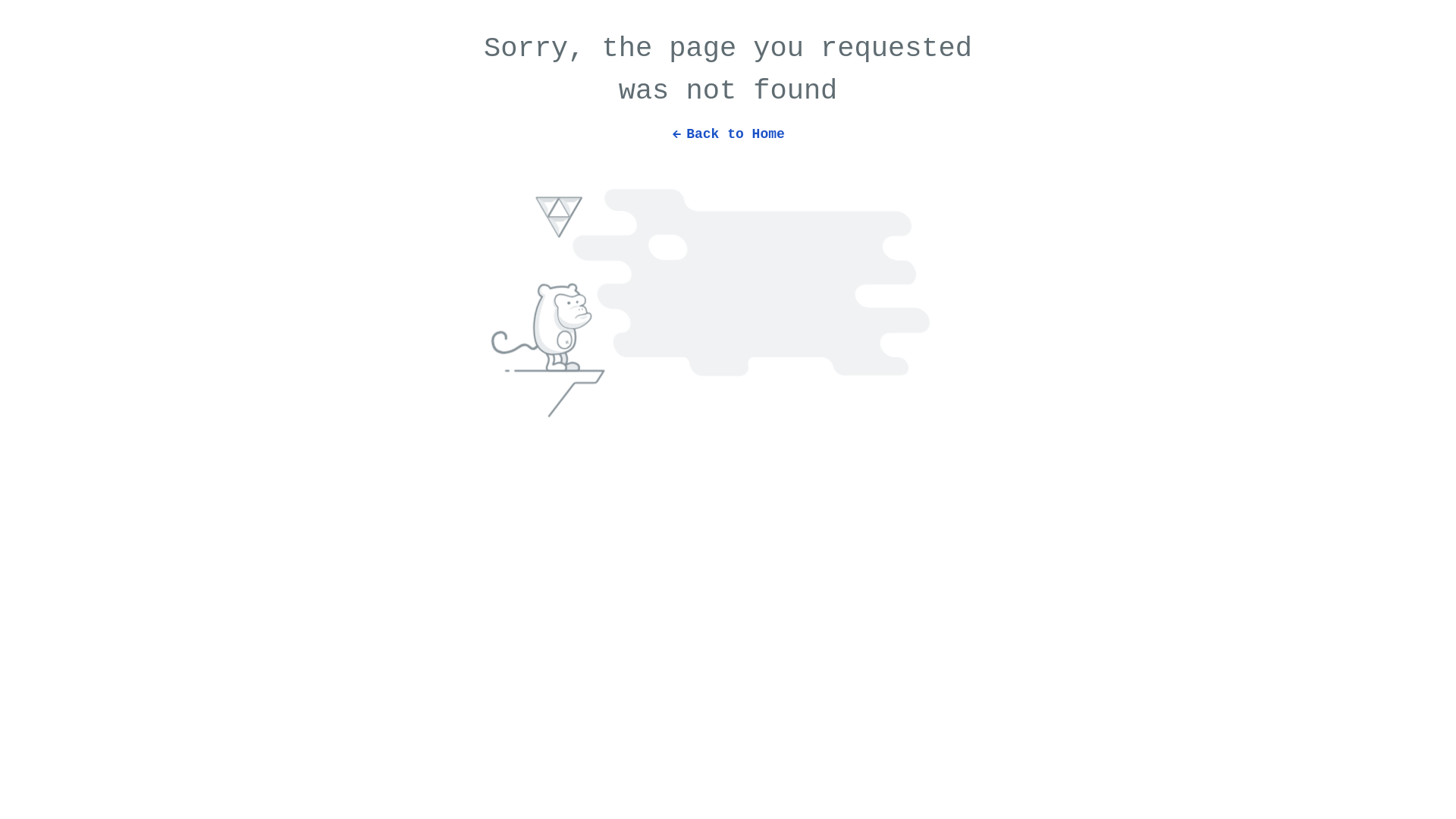 This screenshot has width=1456, height=819. Describe the element at coordinates (728, 125) in the screenshot. I see `'Back to Home'` at that location.